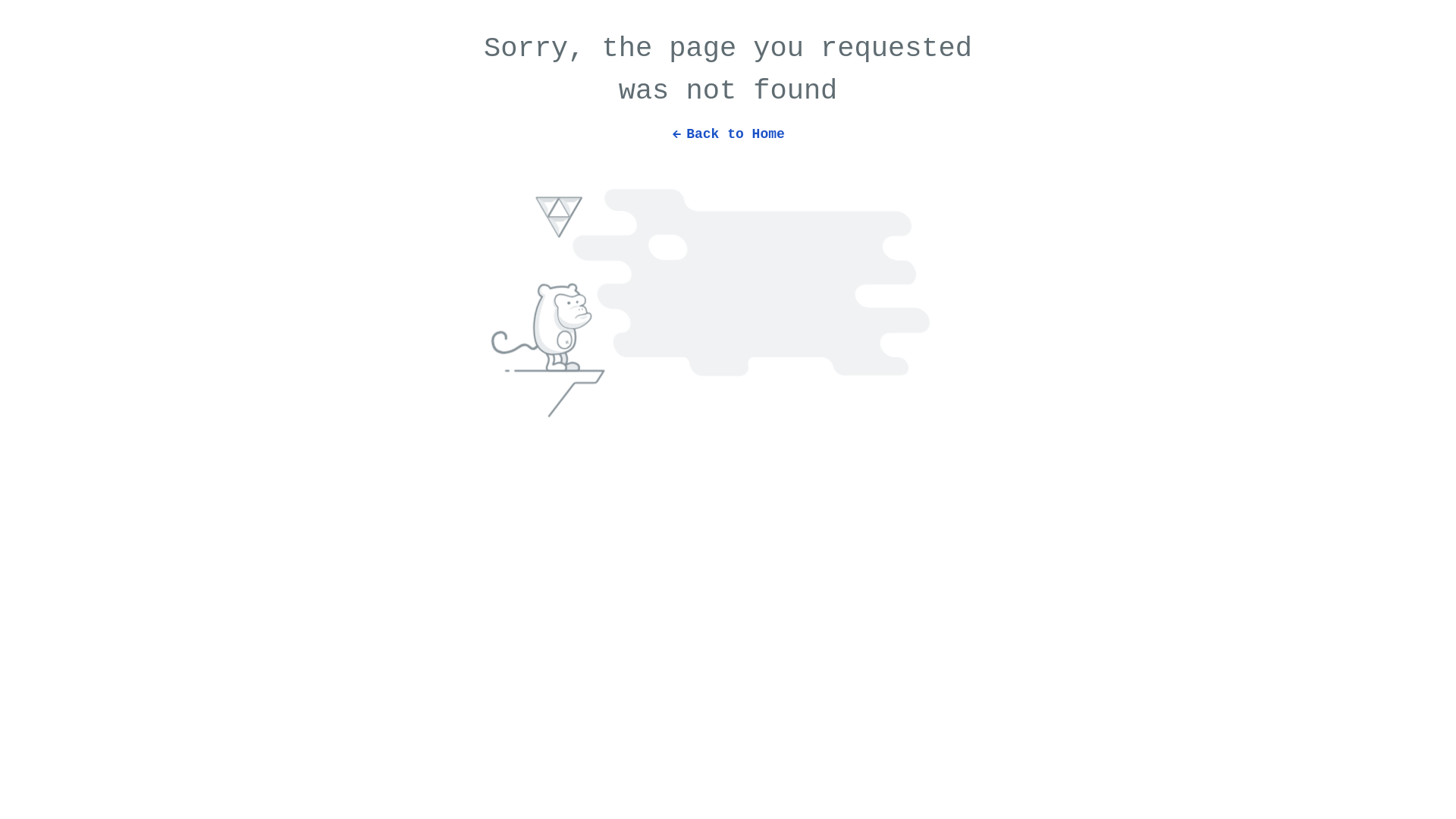 This screenshot has width=1456, height=819. Describe the element at coordinates (728, 125) in the screenshot. I see `'Back to Home'` at that location.